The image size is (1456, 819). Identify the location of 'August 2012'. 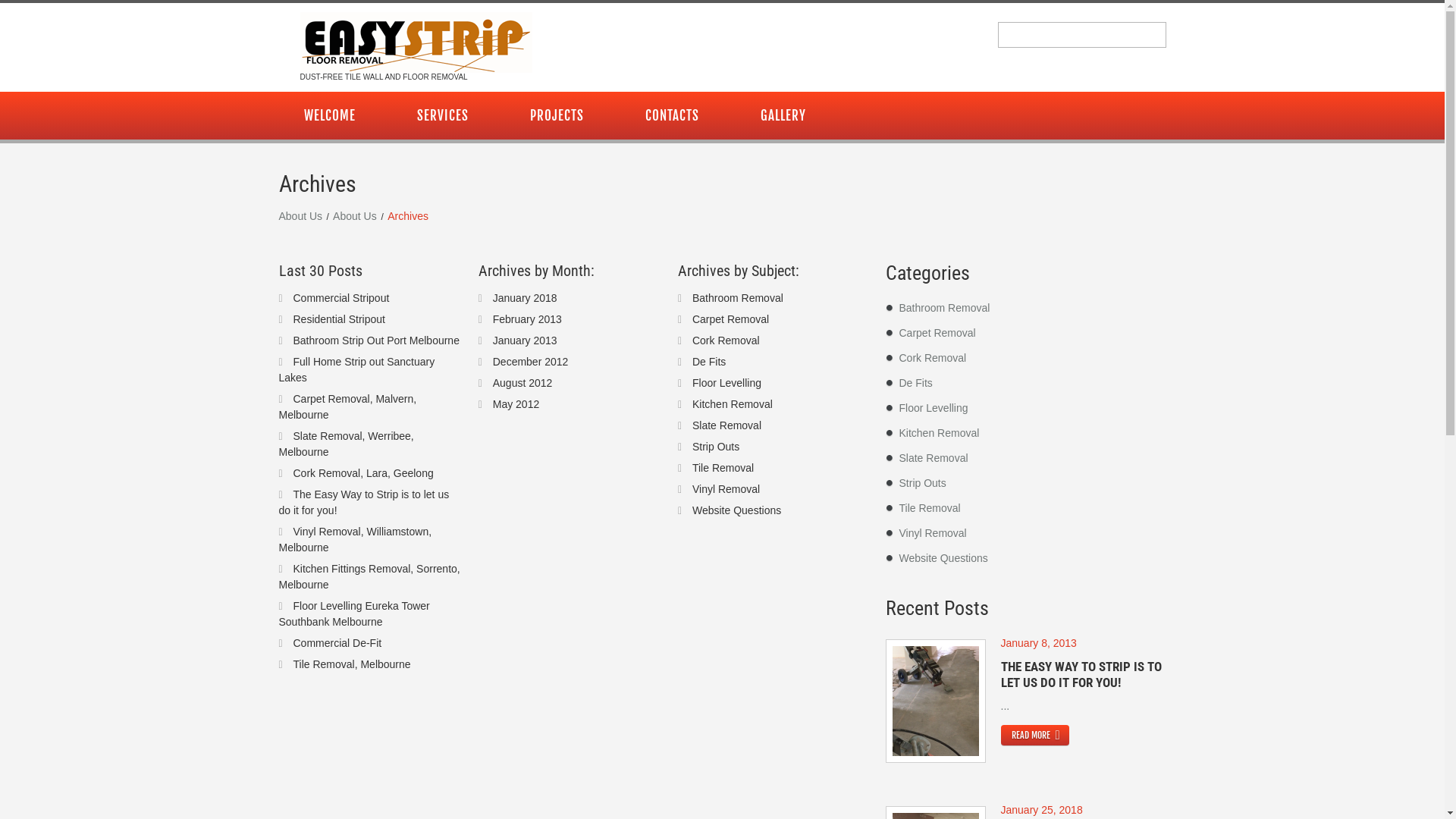
(522, 381).